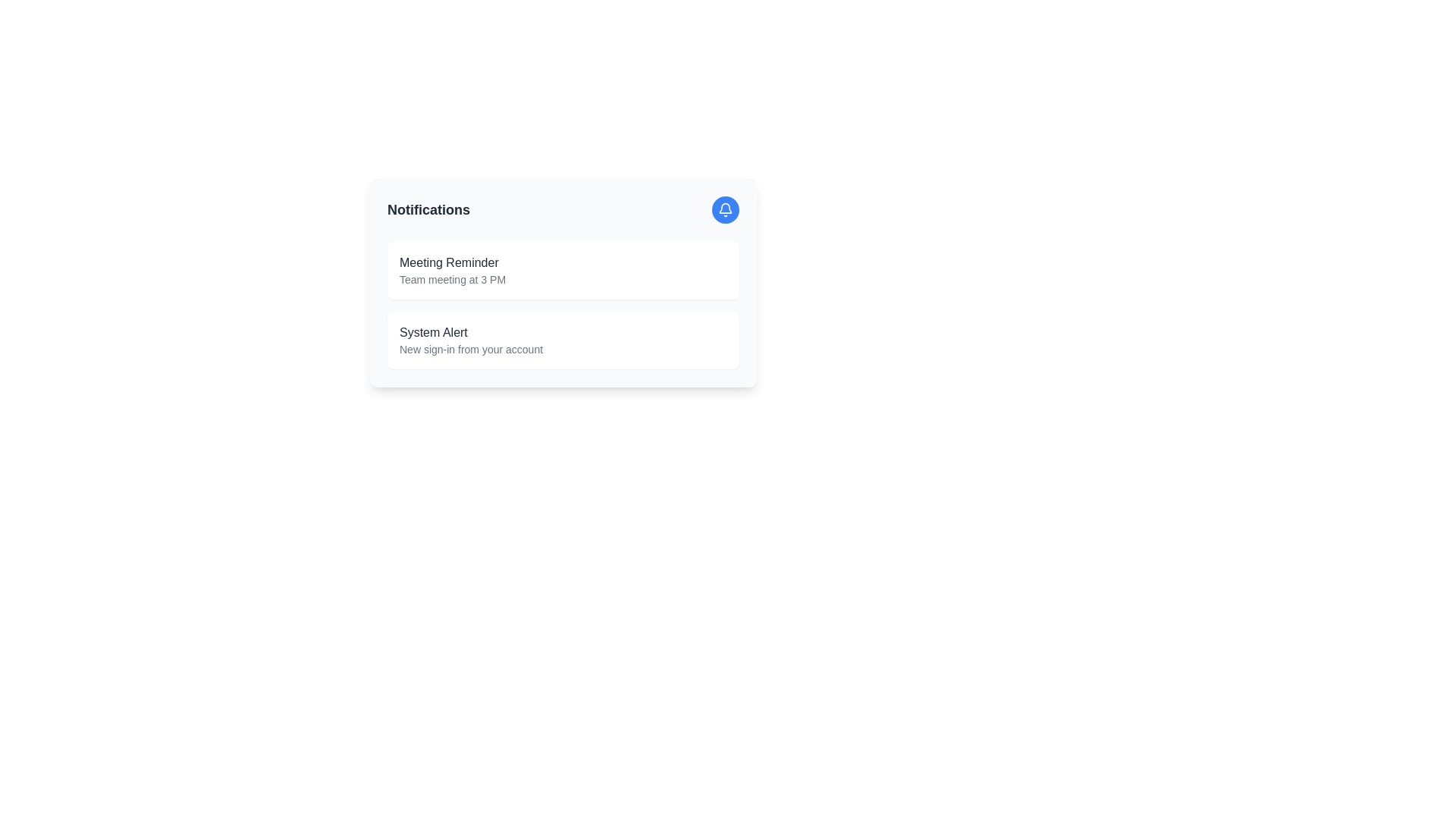 Image resolution: width=1456 pixels, height=819 pixels. Describe the element at coordinates (724, 208) in the screenshot. I see `the bell-shaped notification icon located in the top-right corner of the notification card next to the title 'Notifications' to interact` at that location.